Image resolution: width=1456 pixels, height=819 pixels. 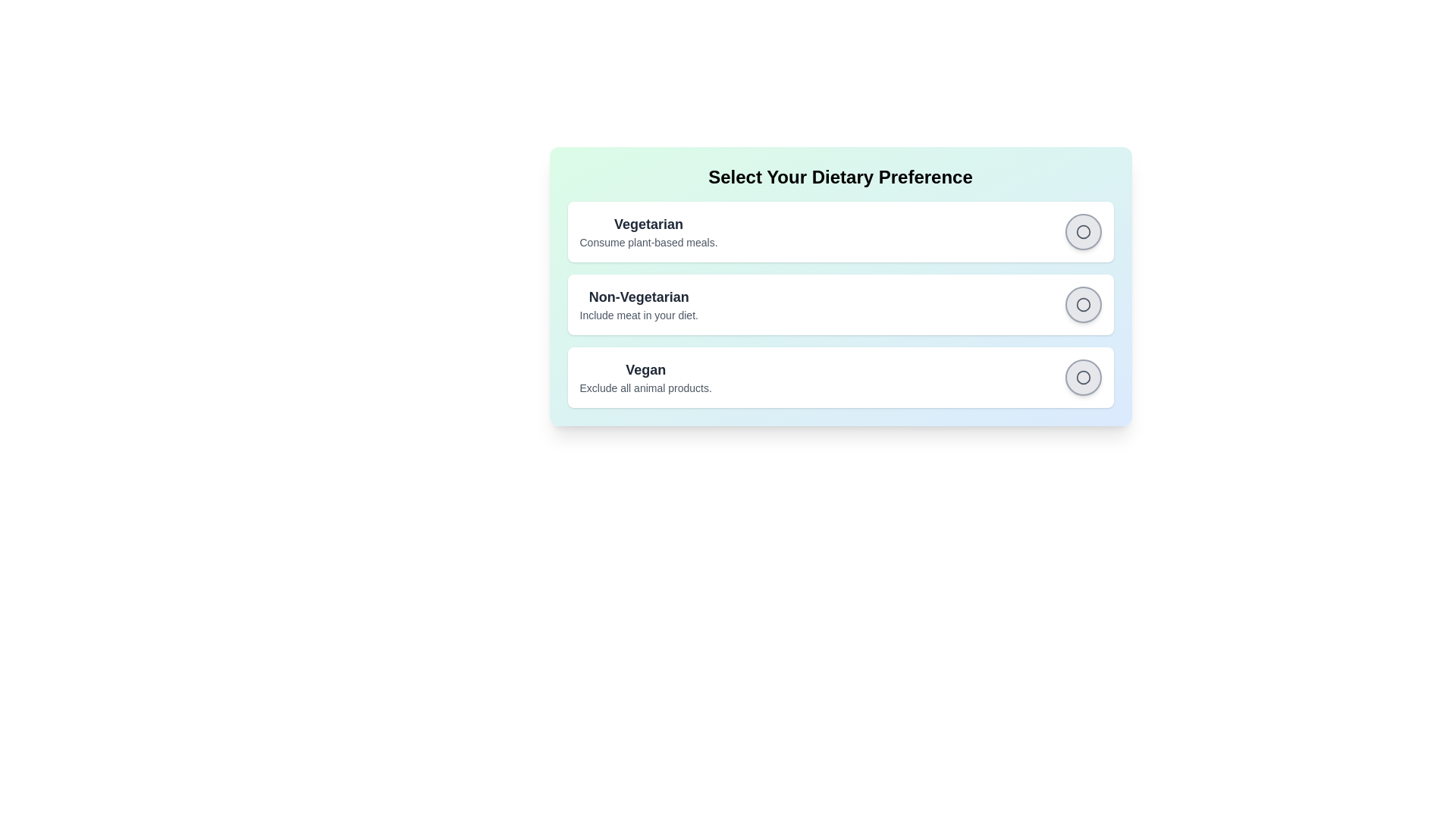 I want to click on the circular radio button with a central red fill for the 'Vegan' dietary preference option, so click(x=1082, y=376).